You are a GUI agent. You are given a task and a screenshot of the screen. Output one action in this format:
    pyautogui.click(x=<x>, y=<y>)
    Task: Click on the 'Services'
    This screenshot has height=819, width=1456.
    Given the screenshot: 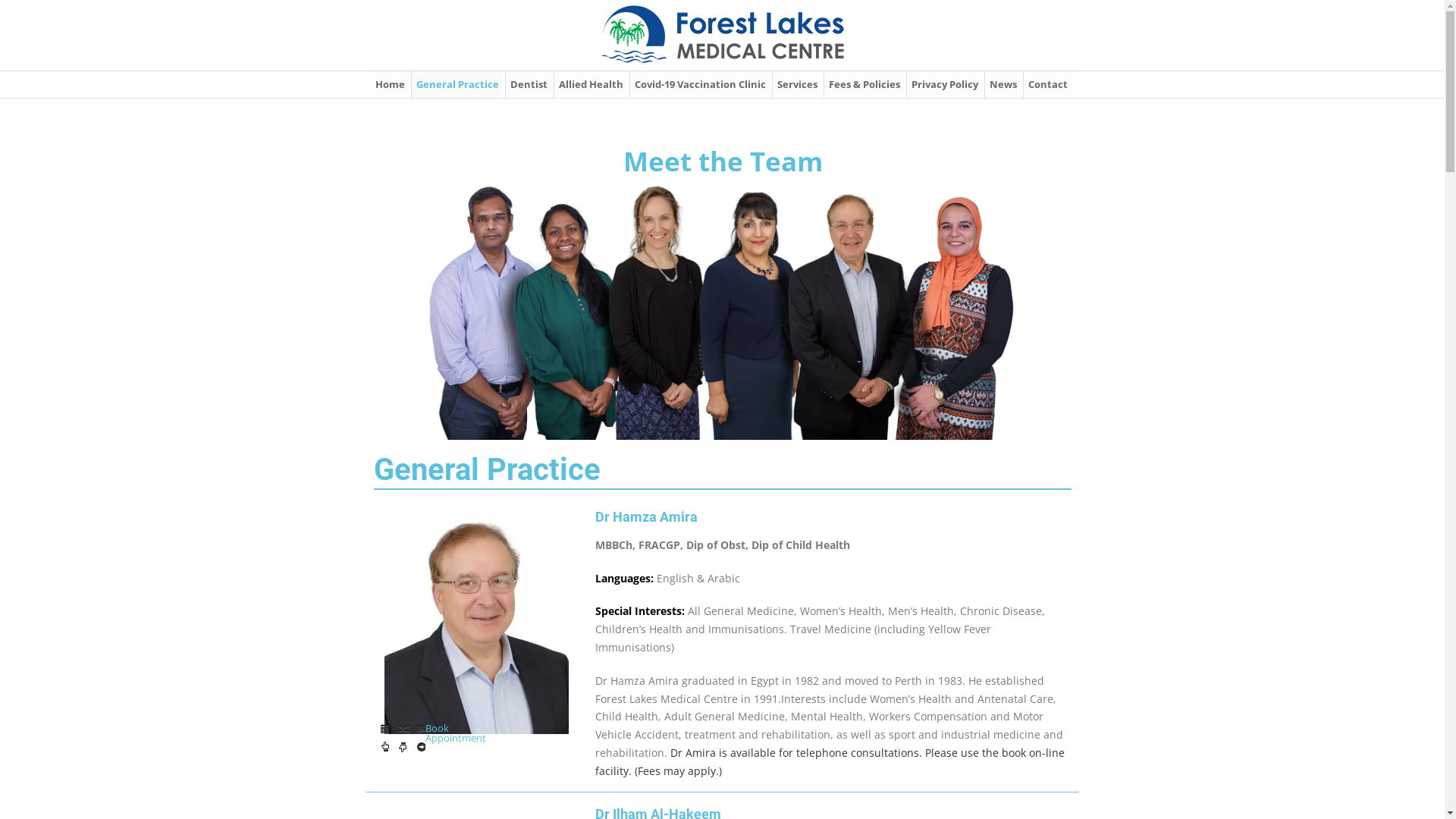 What is the action you would take?
    pyautogui.click(x=795, y=84)
    